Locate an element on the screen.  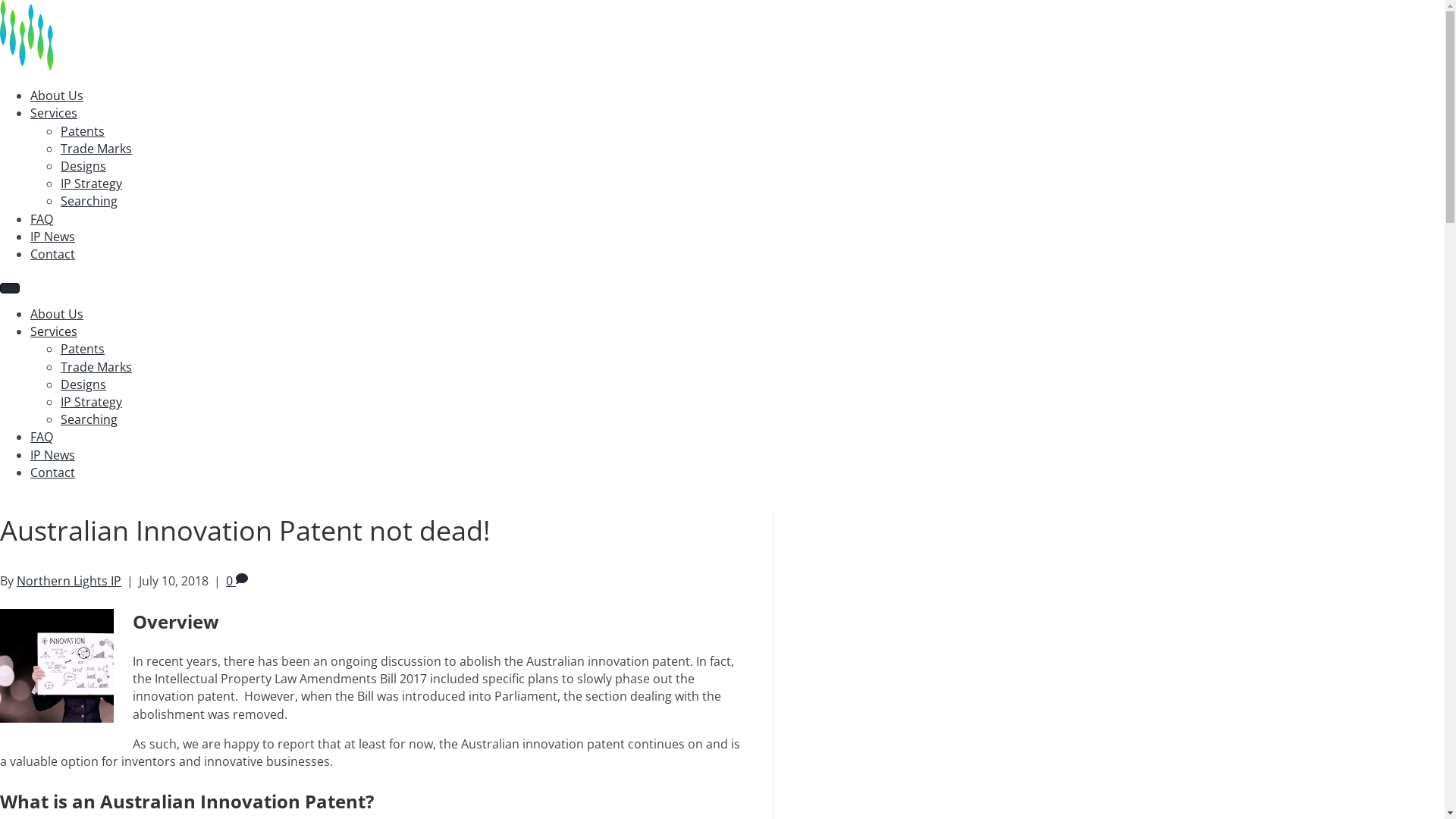
'Designs' is located at coordinates (83, 383).